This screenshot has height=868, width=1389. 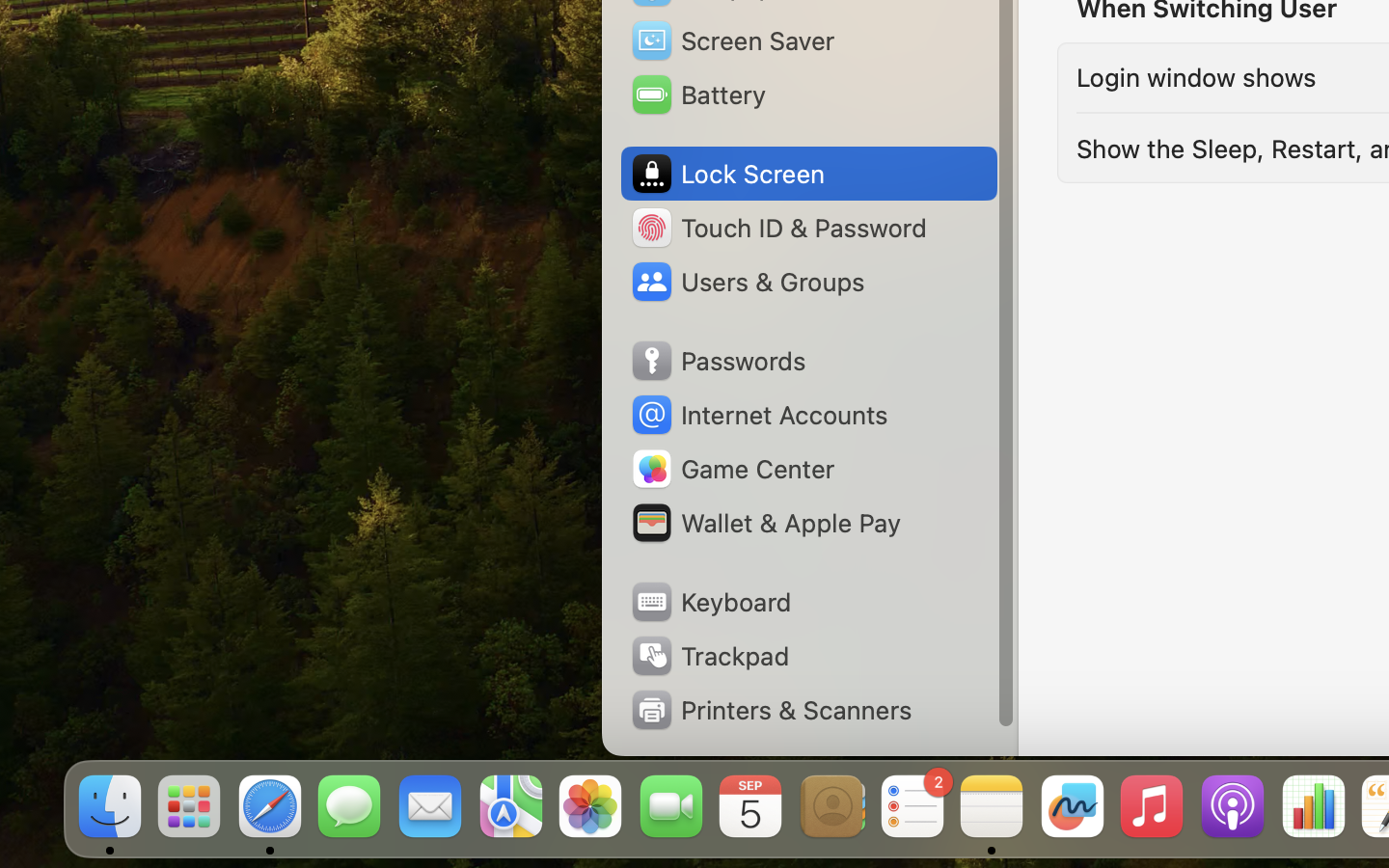 I want to click on 'Wallet & Apple Pay', so click(x=765, y=521).